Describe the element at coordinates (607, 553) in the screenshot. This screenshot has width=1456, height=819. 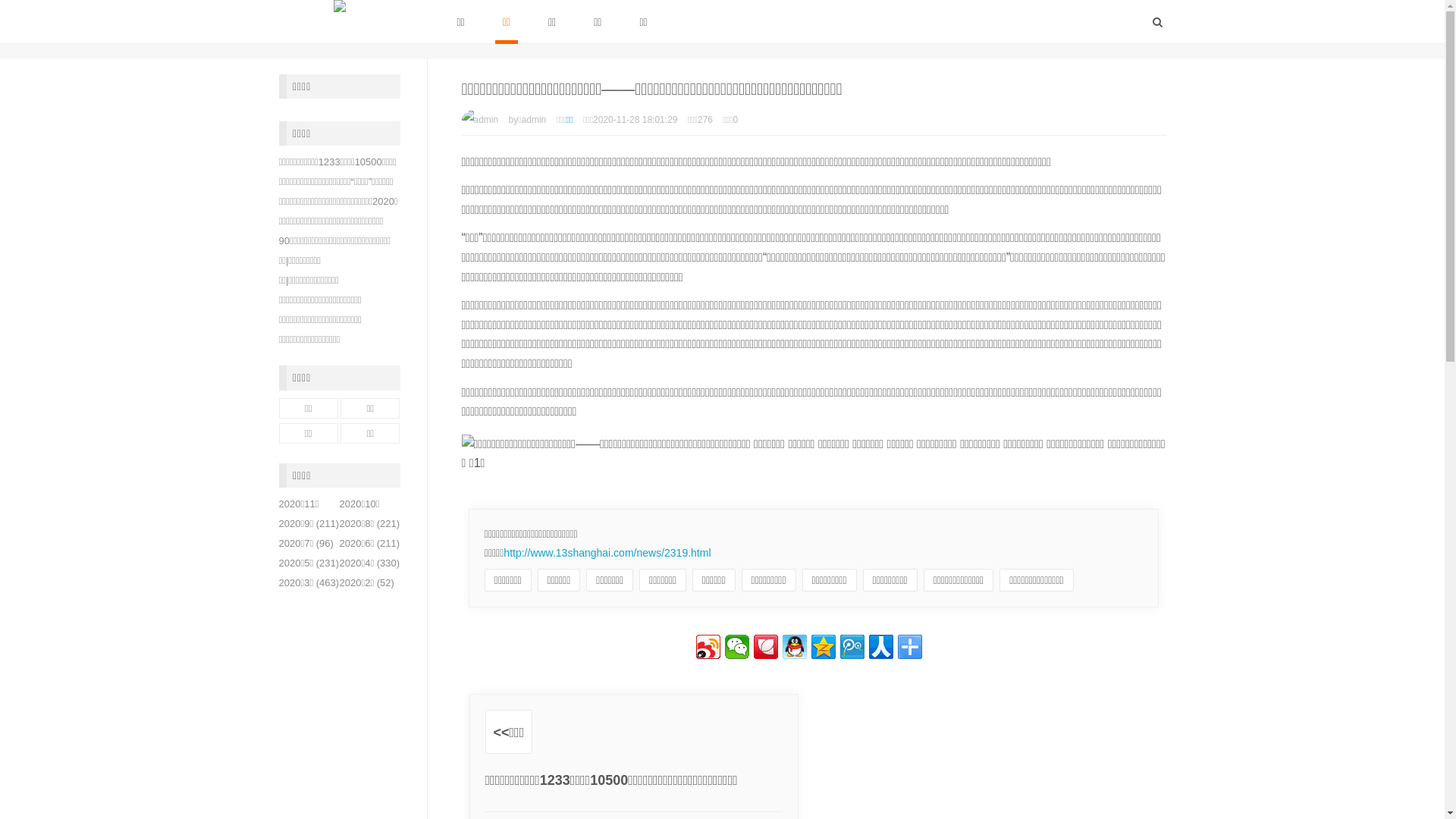
I see `'http://www.13shanghai.com/news/2319.html'` at that location.